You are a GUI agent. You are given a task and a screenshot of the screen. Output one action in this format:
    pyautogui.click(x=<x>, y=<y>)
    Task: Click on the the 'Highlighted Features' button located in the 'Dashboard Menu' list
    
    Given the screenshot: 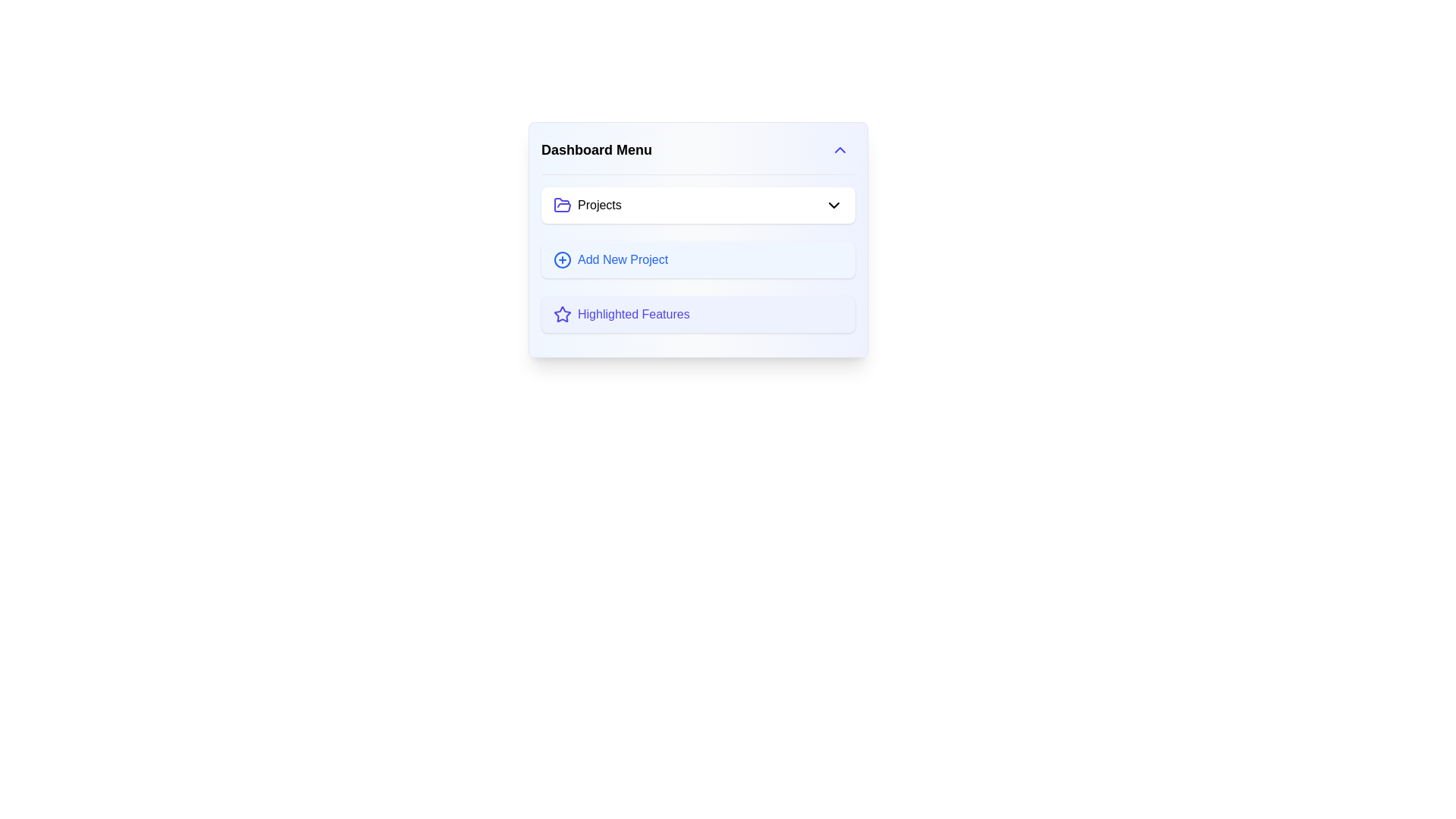 What is the action you would take?
    pyautogui.click(x=698, y=314)
    